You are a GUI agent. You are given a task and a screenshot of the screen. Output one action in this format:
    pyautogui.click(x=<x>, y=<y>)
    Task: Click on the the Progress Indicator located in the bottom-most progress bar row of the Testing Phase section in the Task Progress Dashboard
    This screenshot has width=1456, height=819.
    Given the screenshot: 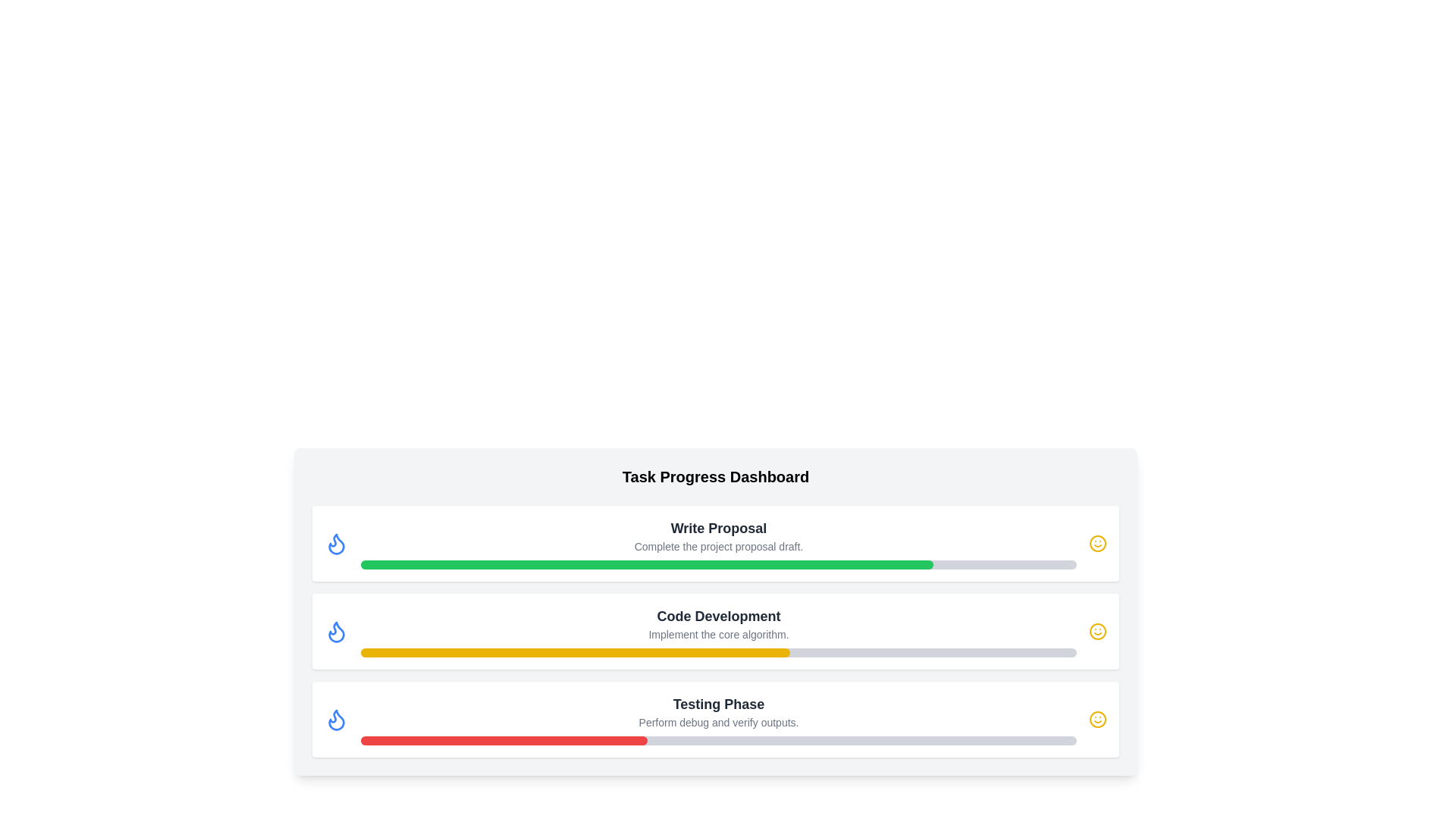 What is the action you would take?
    pyautogui.click(x=504, y=739)
    